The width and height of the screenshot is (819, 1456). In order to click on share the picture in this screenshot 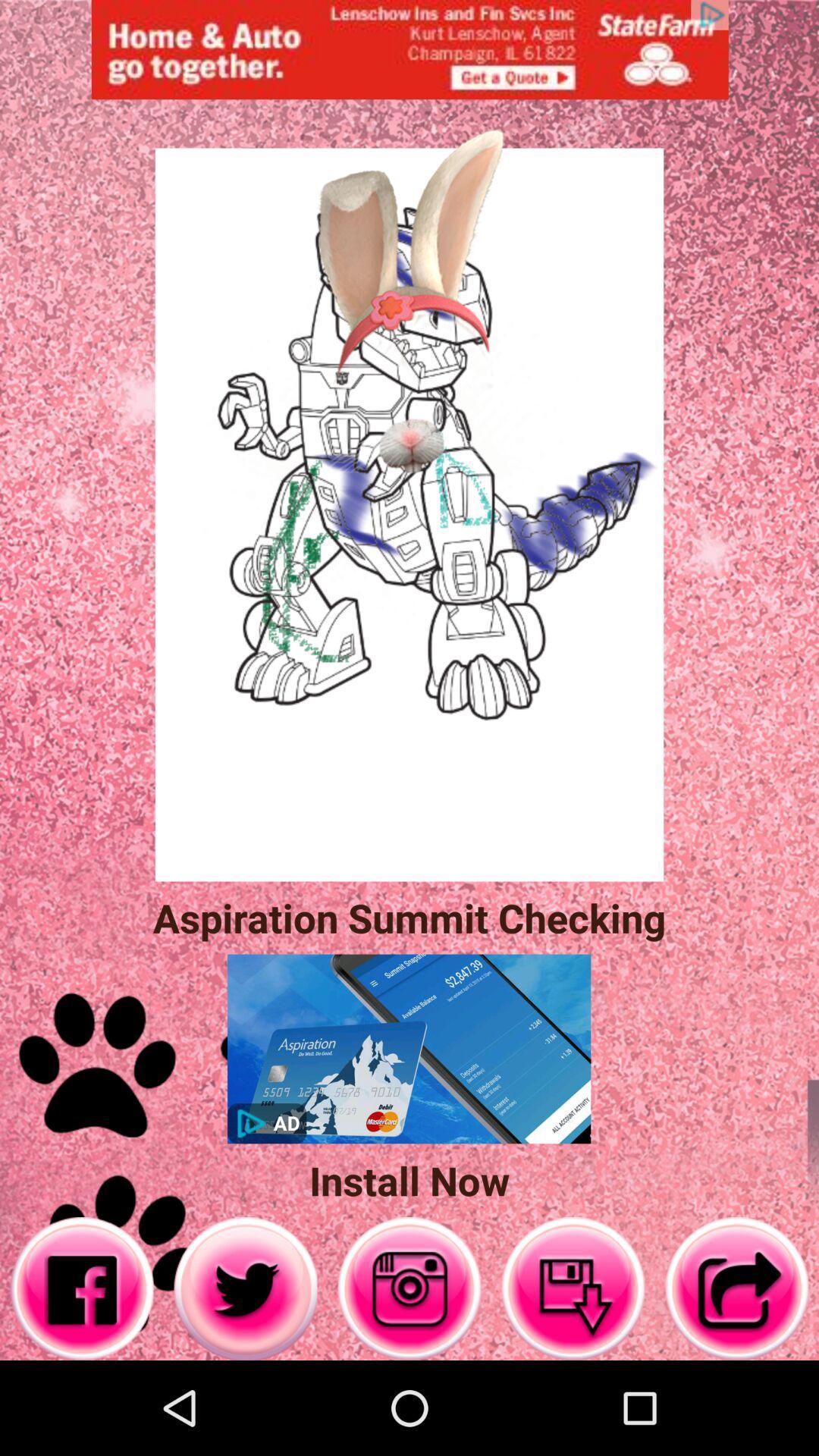, I will do `click(736, 1288)`.